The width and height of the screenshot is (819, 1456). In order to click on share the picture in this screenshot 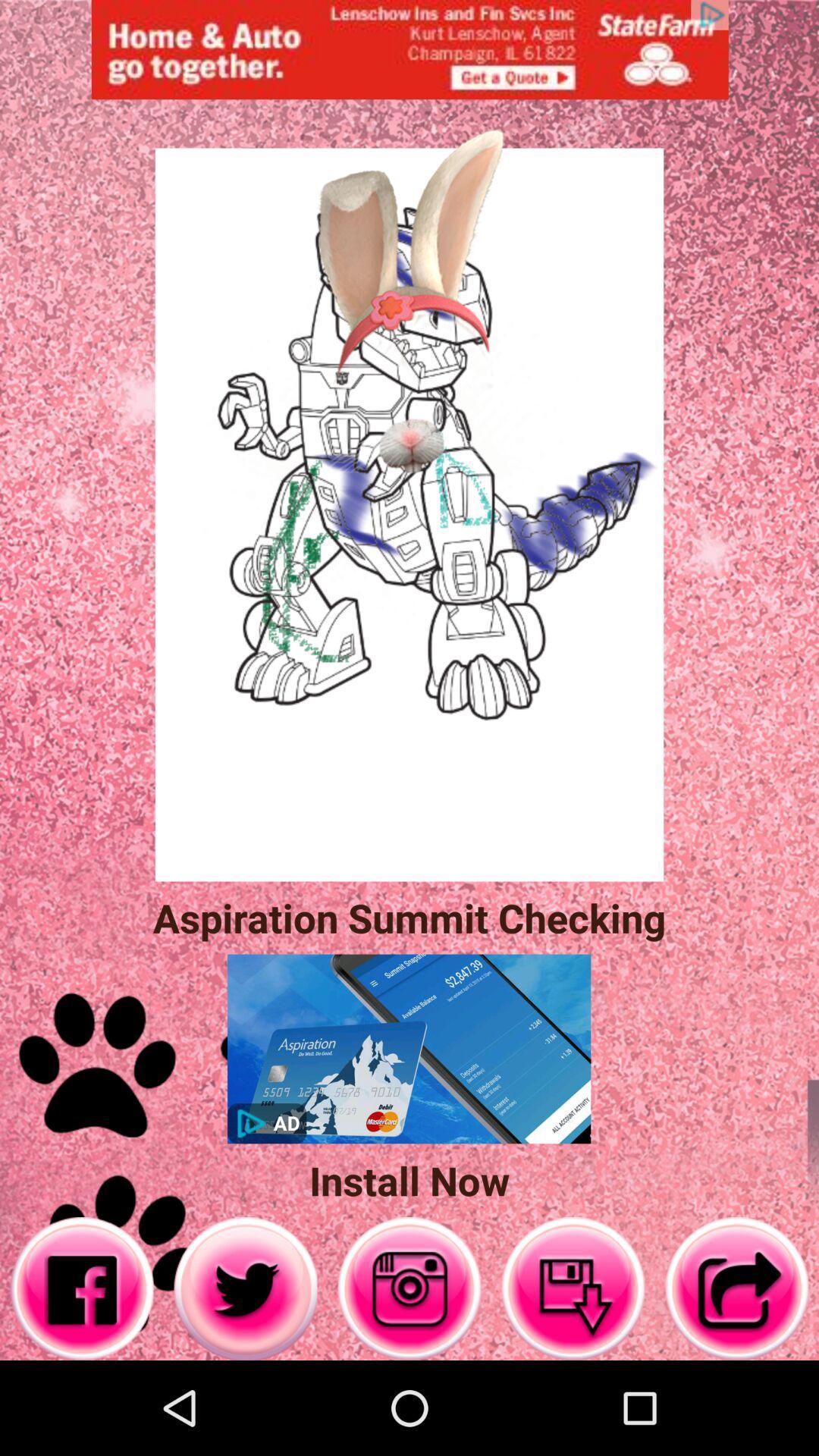, I will do `click(736, 1288)`.